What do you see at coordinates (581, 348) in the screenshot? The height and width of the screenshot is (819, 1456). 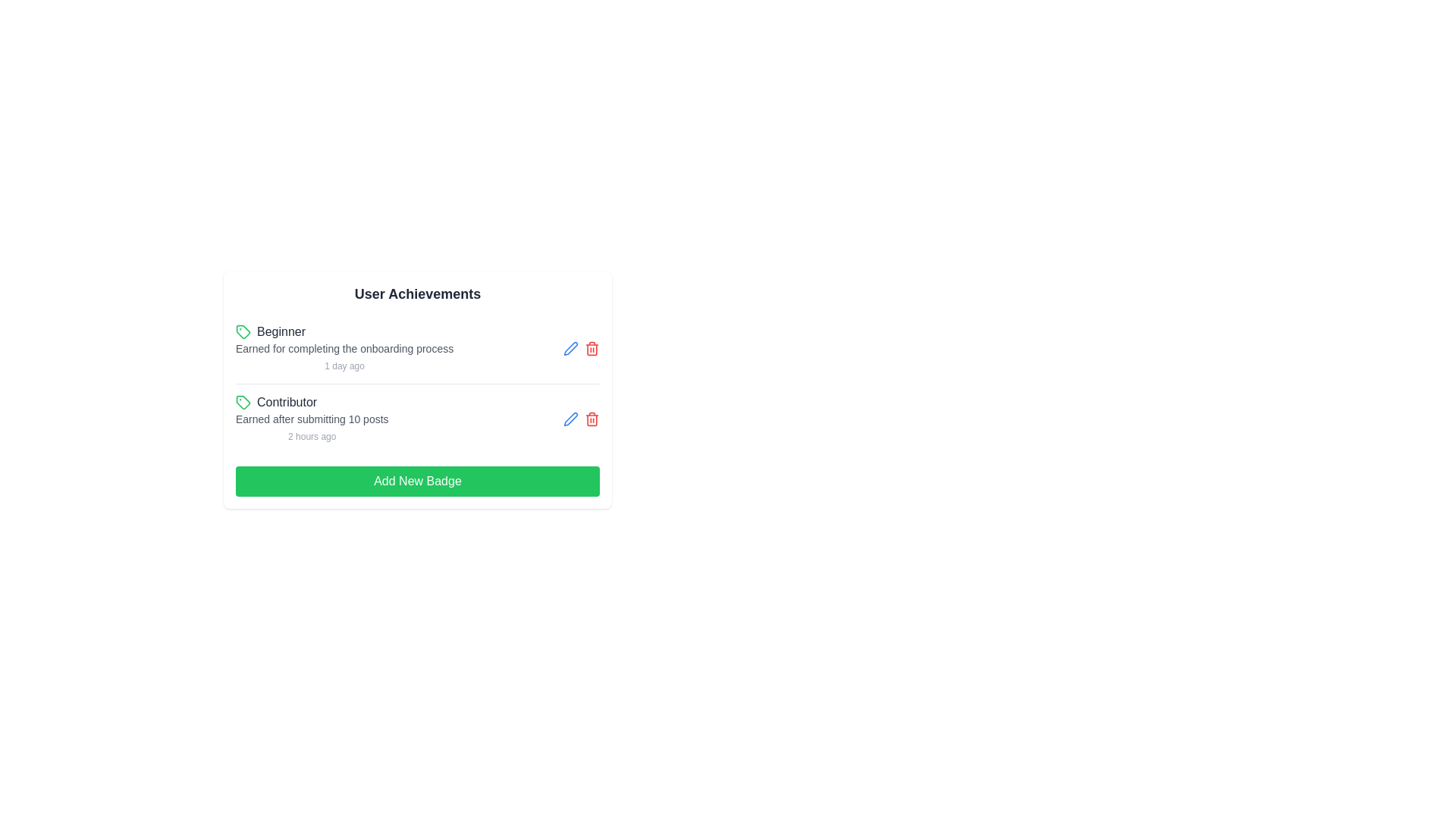 I see `the red trash icon in the group of icon buttons` at bounding box center [581, 348].